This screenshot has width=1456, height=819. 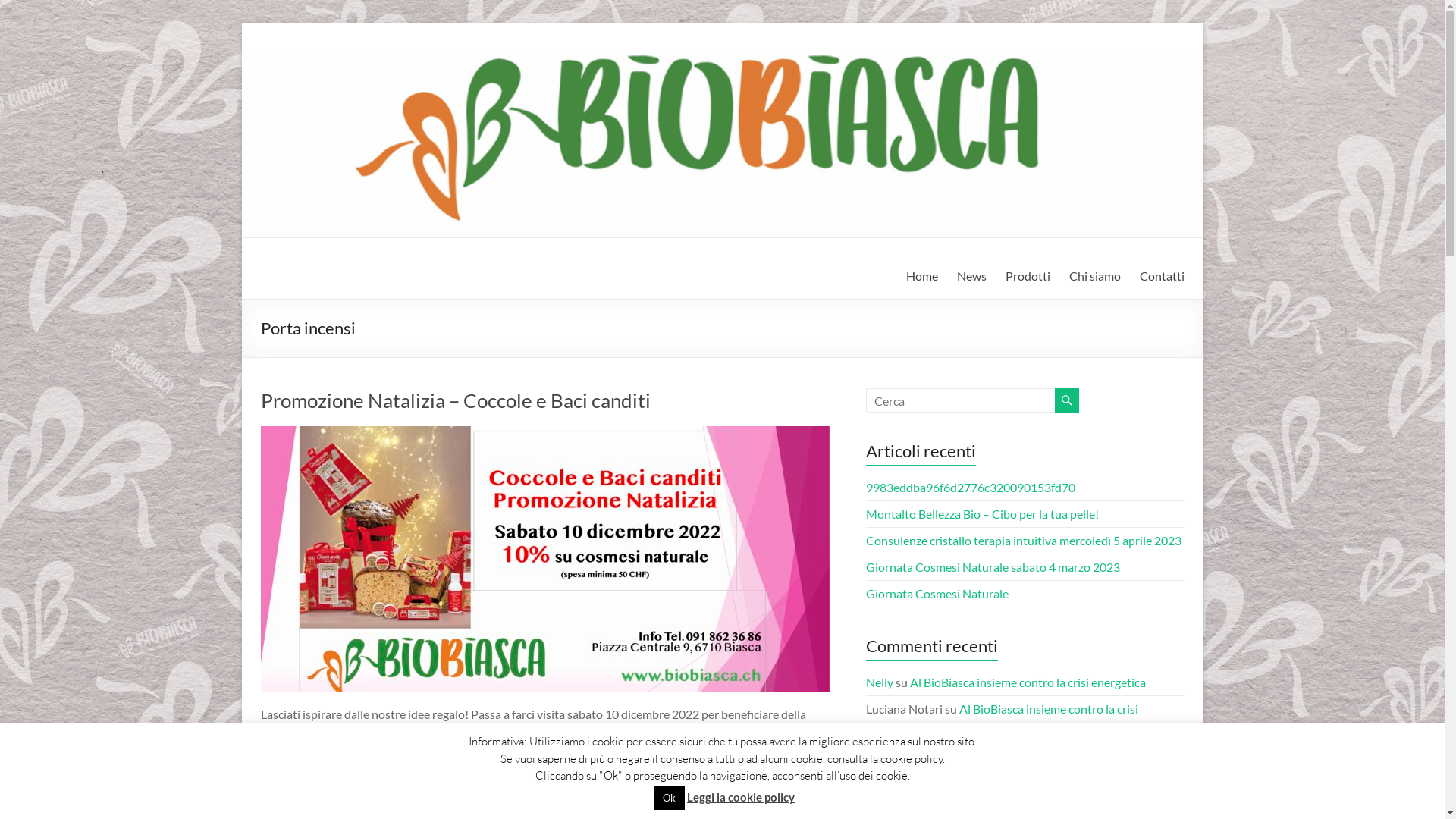 I want to click on 'Home', so click(x=920, y=275).